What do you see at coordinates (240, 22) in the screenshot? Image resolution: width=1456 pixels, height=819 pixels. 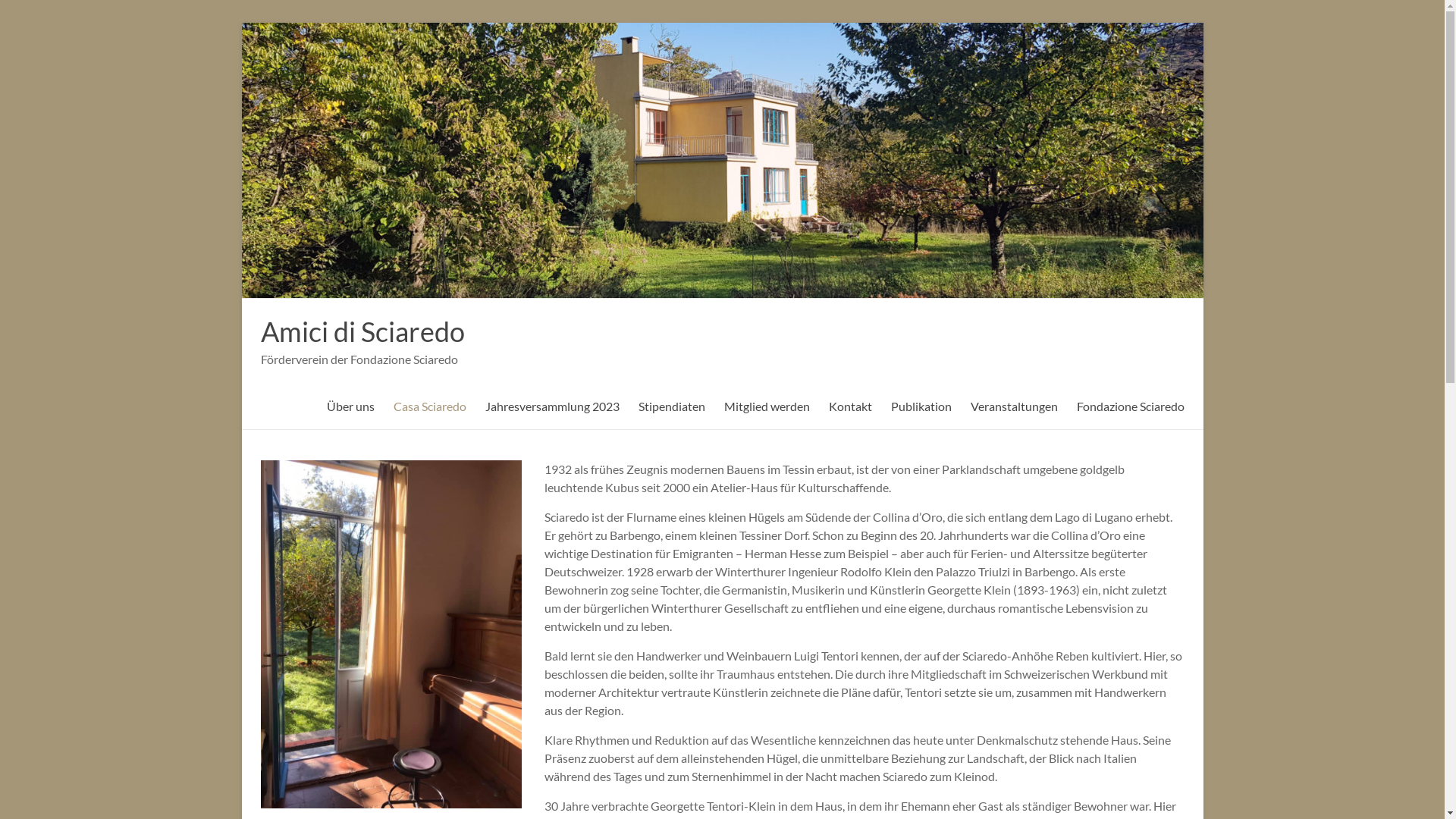 I see `'Zum Inhalt springen'` at bounding box center [240, 22].